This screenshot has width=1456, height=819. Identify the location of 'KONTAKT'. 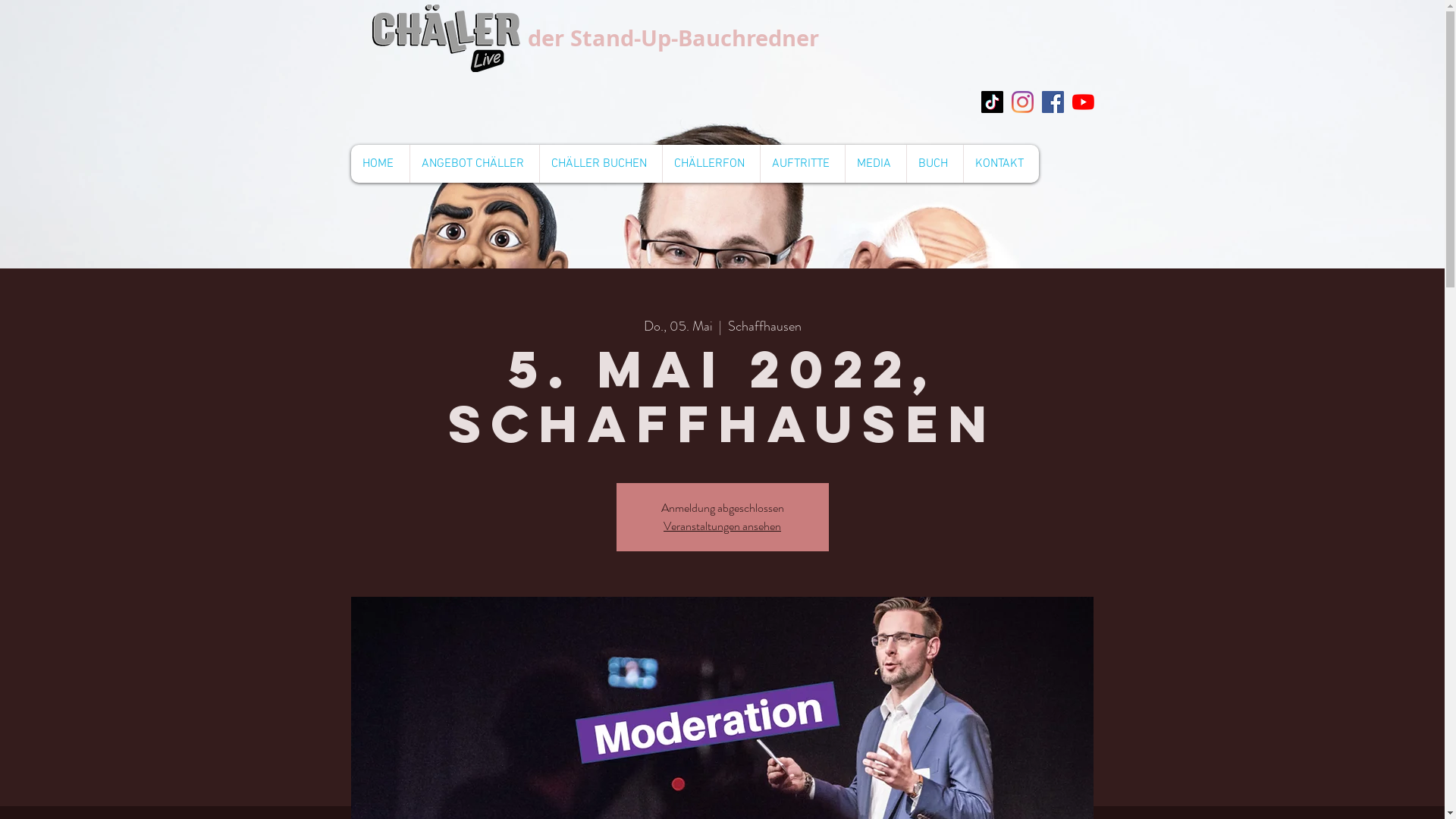
(1001, 164).